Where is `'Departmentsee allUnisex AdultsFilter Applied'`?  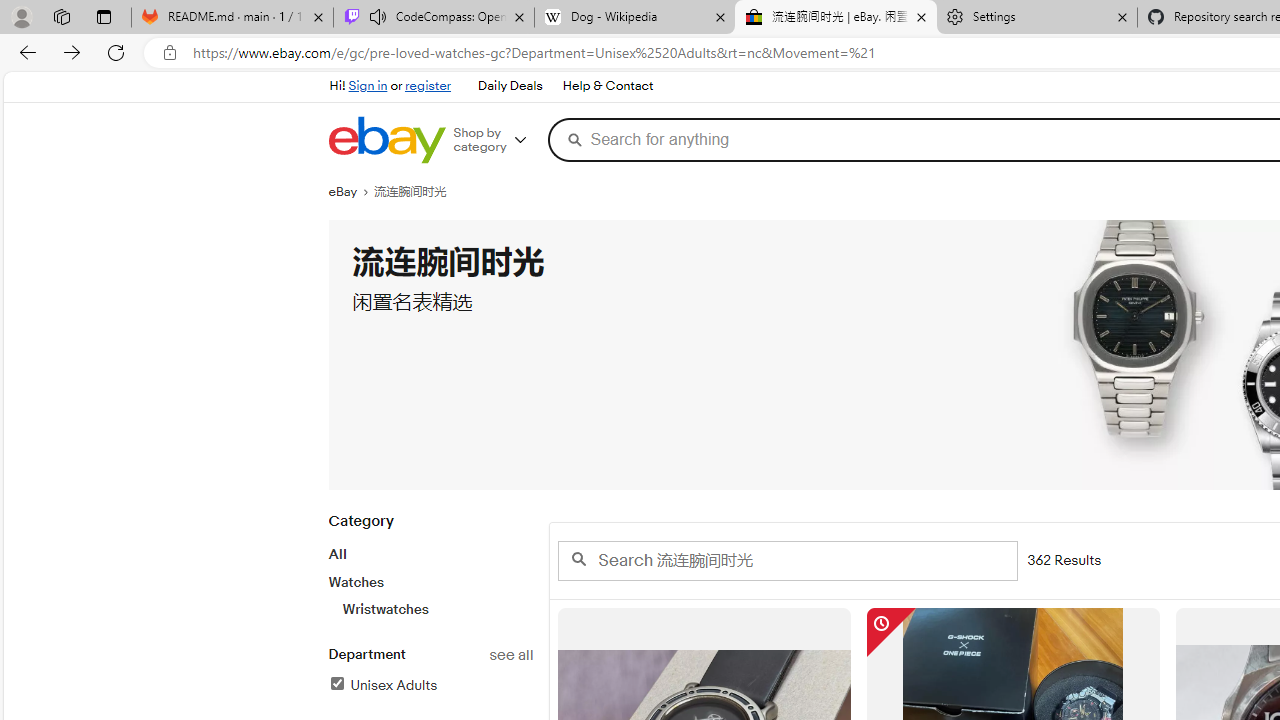 'Departmentsee allUnisex AdultsFilter Applied' is located at coordinates (429, 680).